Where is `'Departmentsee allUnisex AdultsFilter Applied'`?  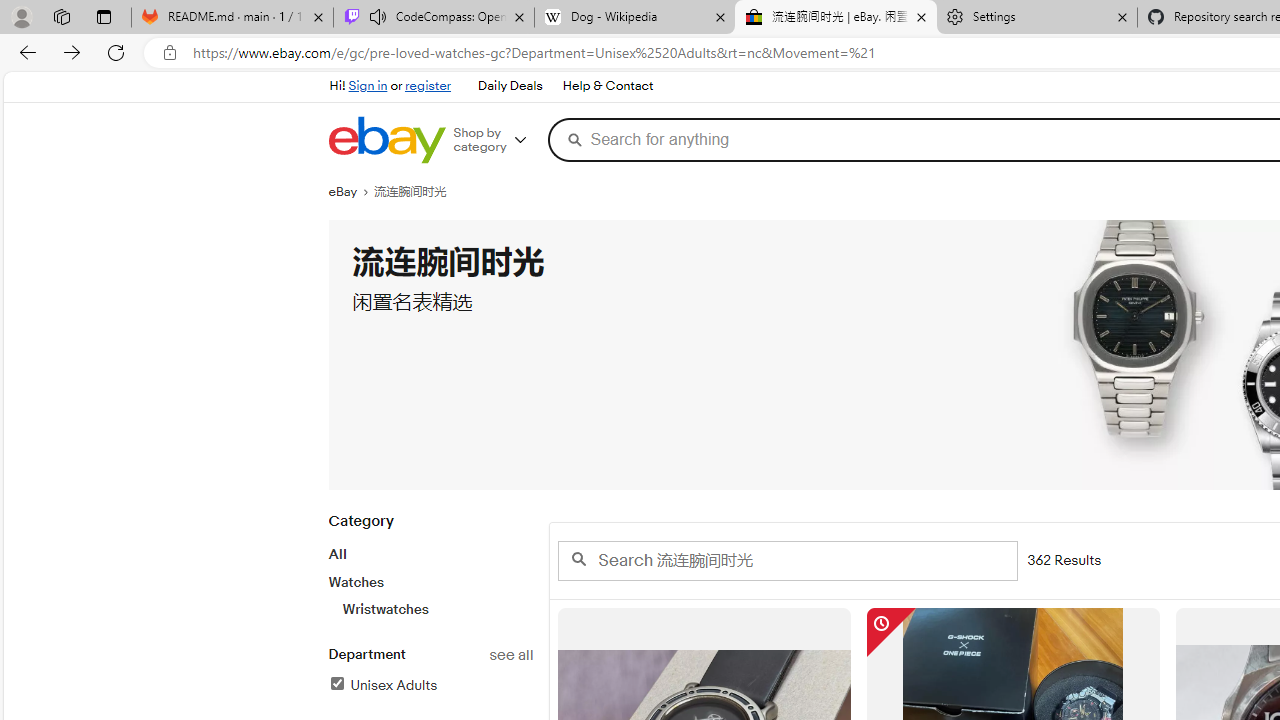 'Departmentsee allUnisex AdultsFilter Applied' is located at coordinates (429, 680).